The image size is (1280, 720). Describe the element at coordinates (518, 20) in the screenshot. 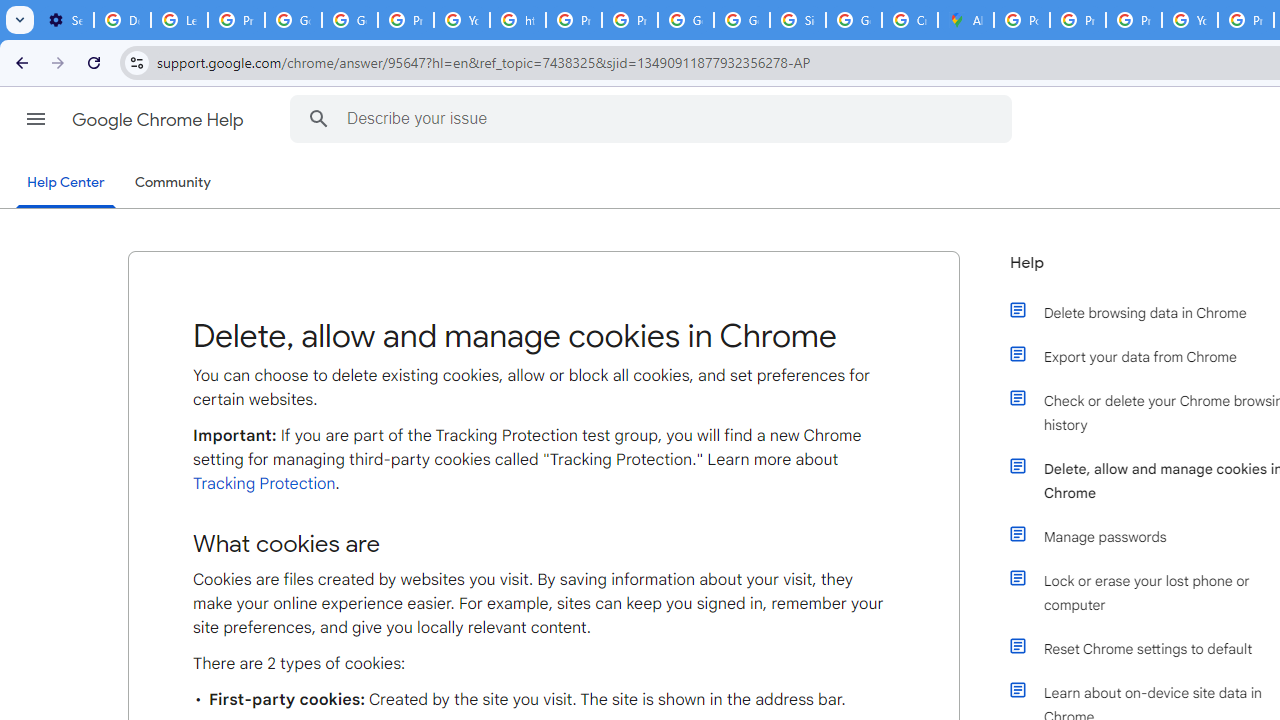

I see `'https://scholar.google.com/'` at that location.